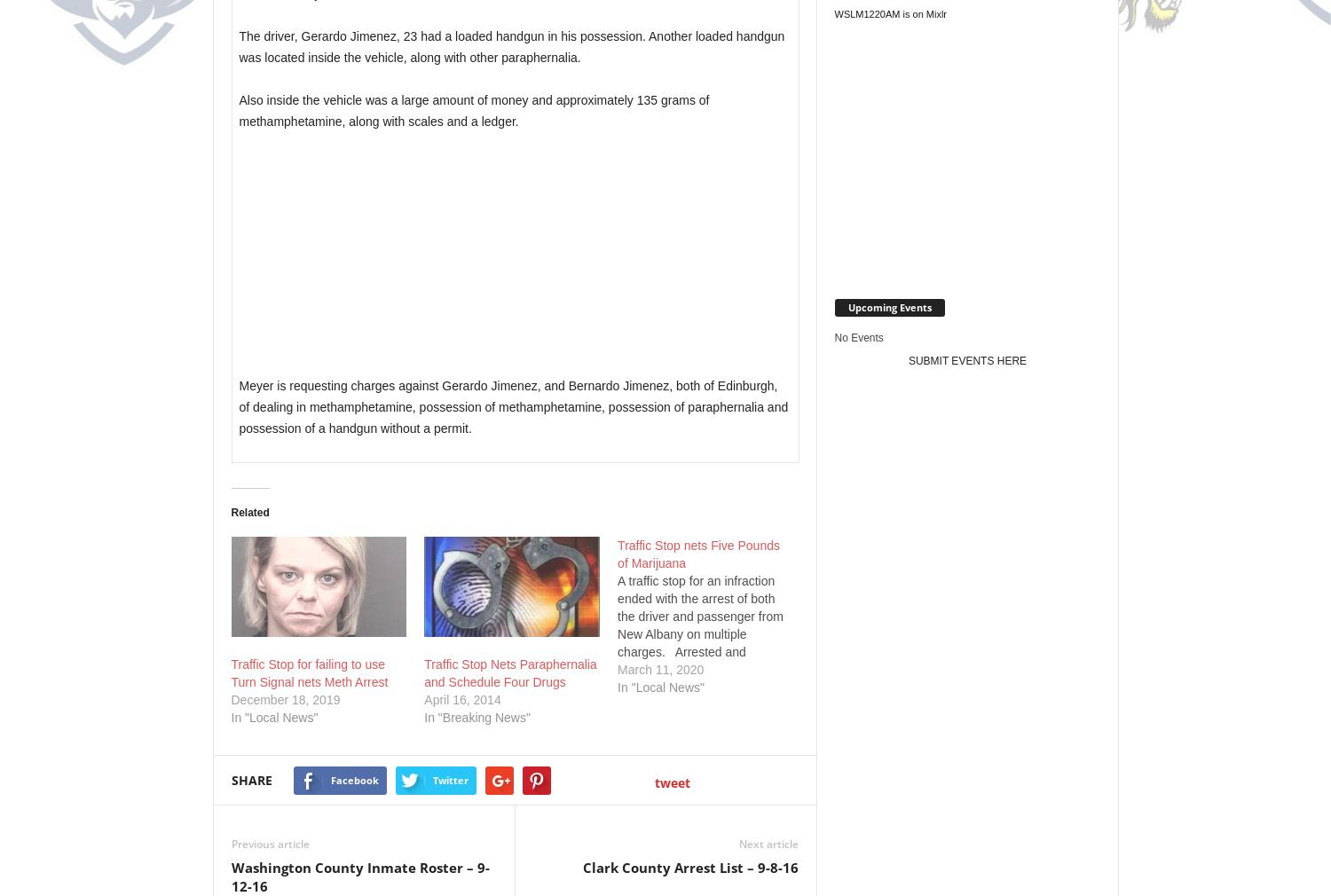  I want to click on 'tweet', so click(672, 782).